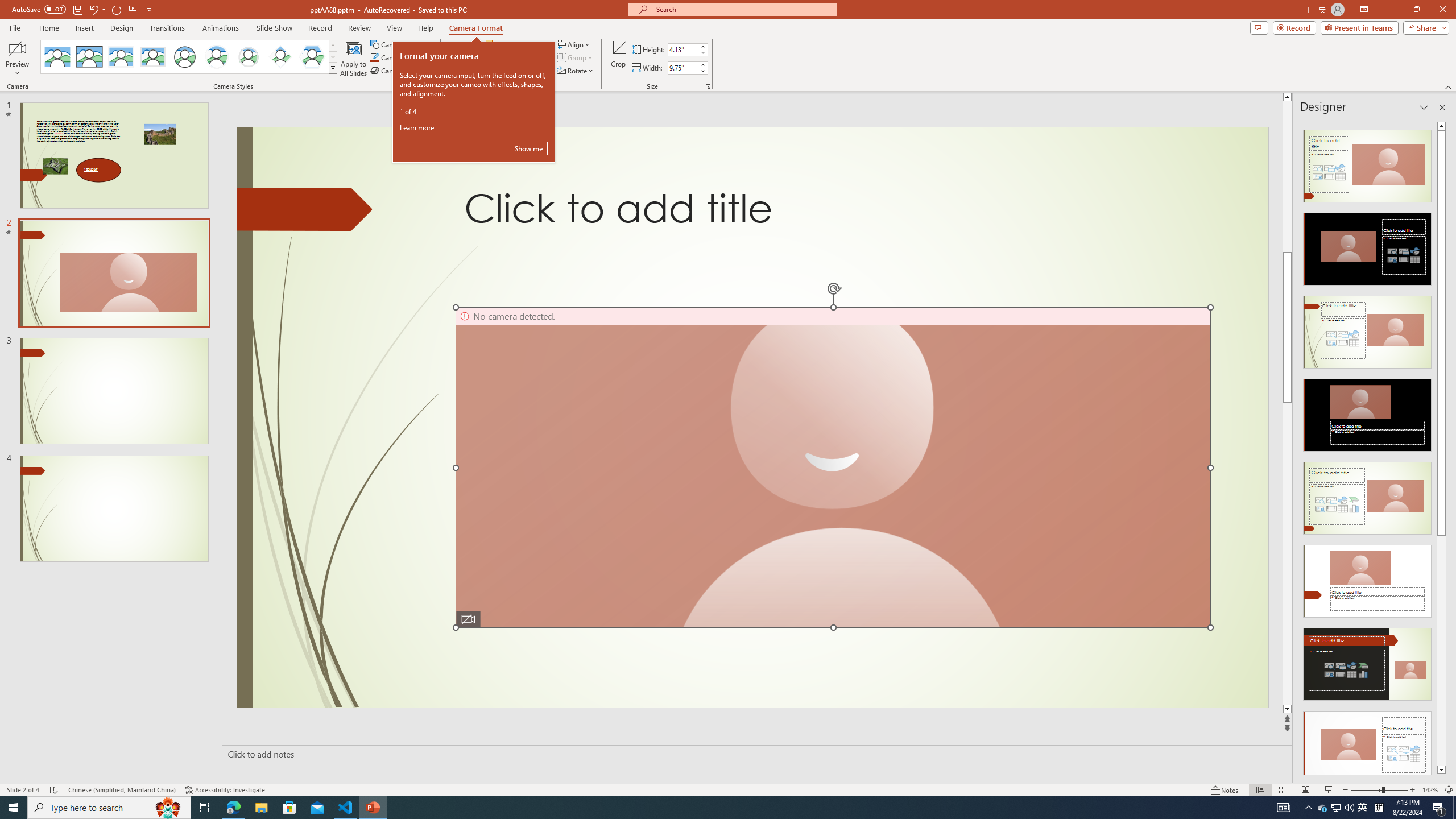 This screenshot has height=819, width=1456. I want to click on 'Camera 7, No camera detected.', so click(832, 468).